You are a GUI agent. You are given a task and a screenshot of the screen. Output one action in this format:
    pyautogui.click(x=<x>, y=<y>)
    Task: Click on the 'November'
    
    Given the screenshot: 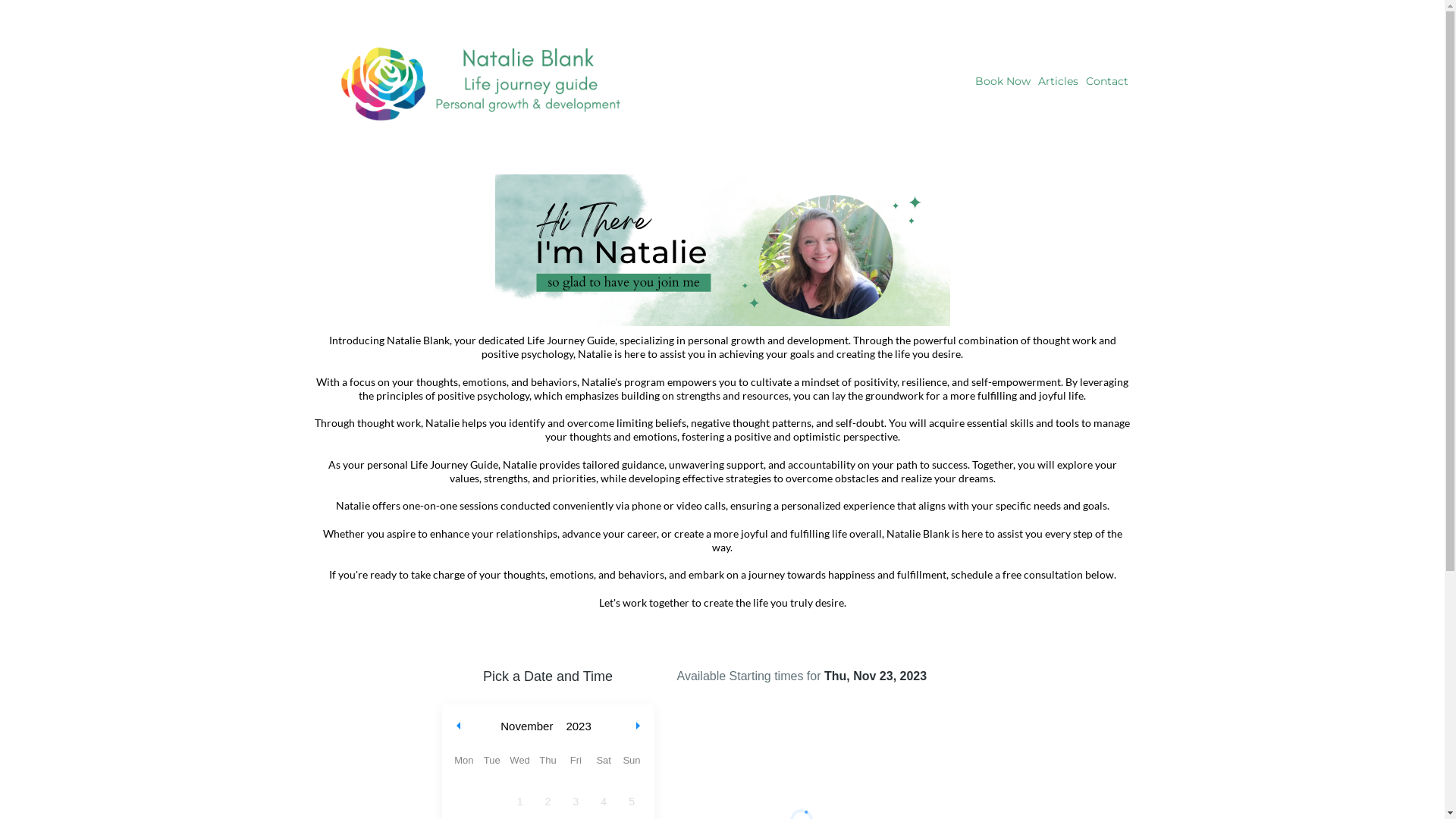 What is the action you would take?
    pyautogui.click(x=526, y=725)
    